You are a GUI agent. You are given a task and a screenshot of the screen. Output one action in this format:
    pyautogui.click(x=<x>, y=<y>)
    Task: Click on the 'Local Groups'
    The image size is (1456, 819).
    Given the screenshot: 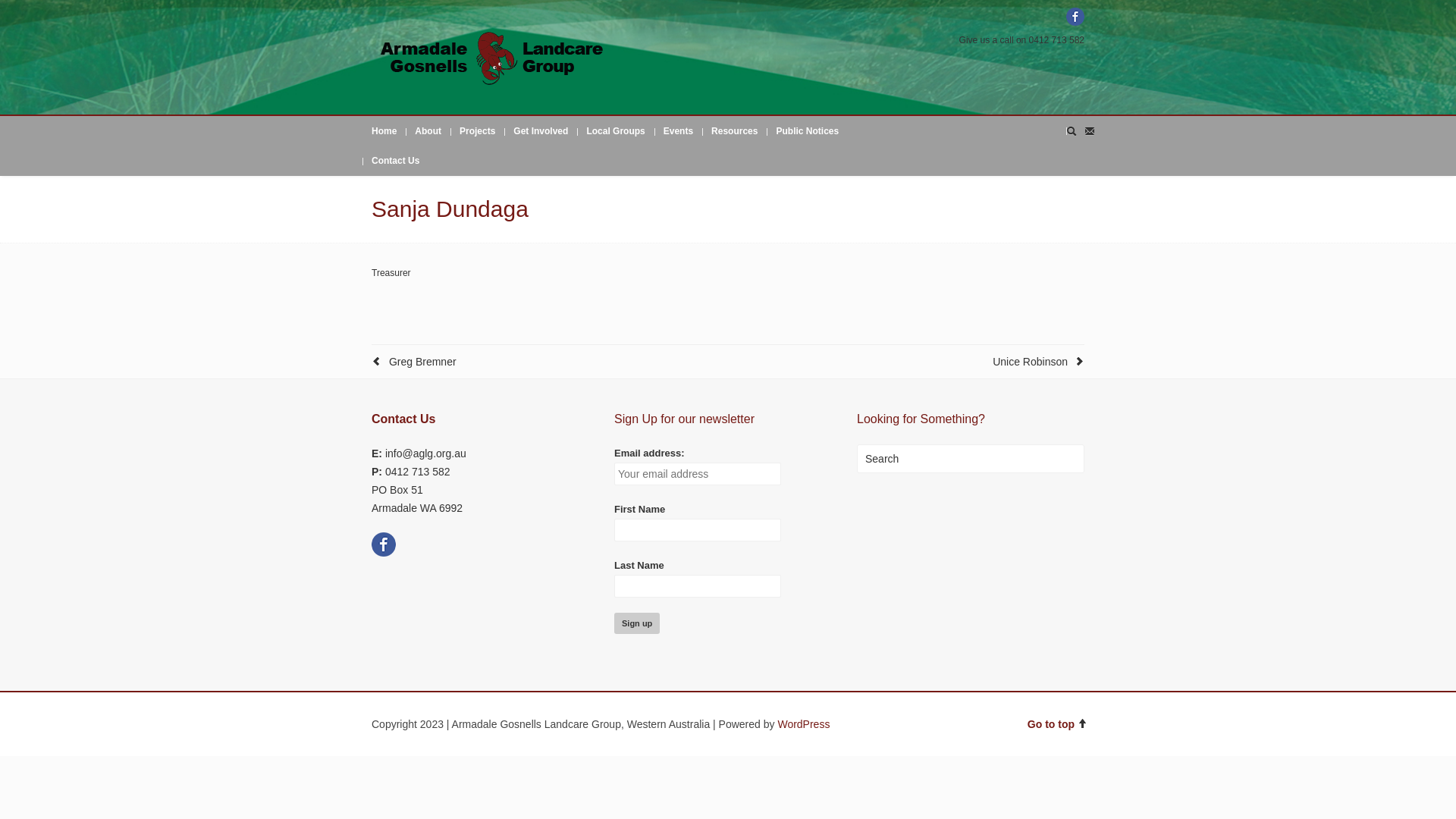 What is the action you would take?
    pyautogui.click(x=576, y=130)
    